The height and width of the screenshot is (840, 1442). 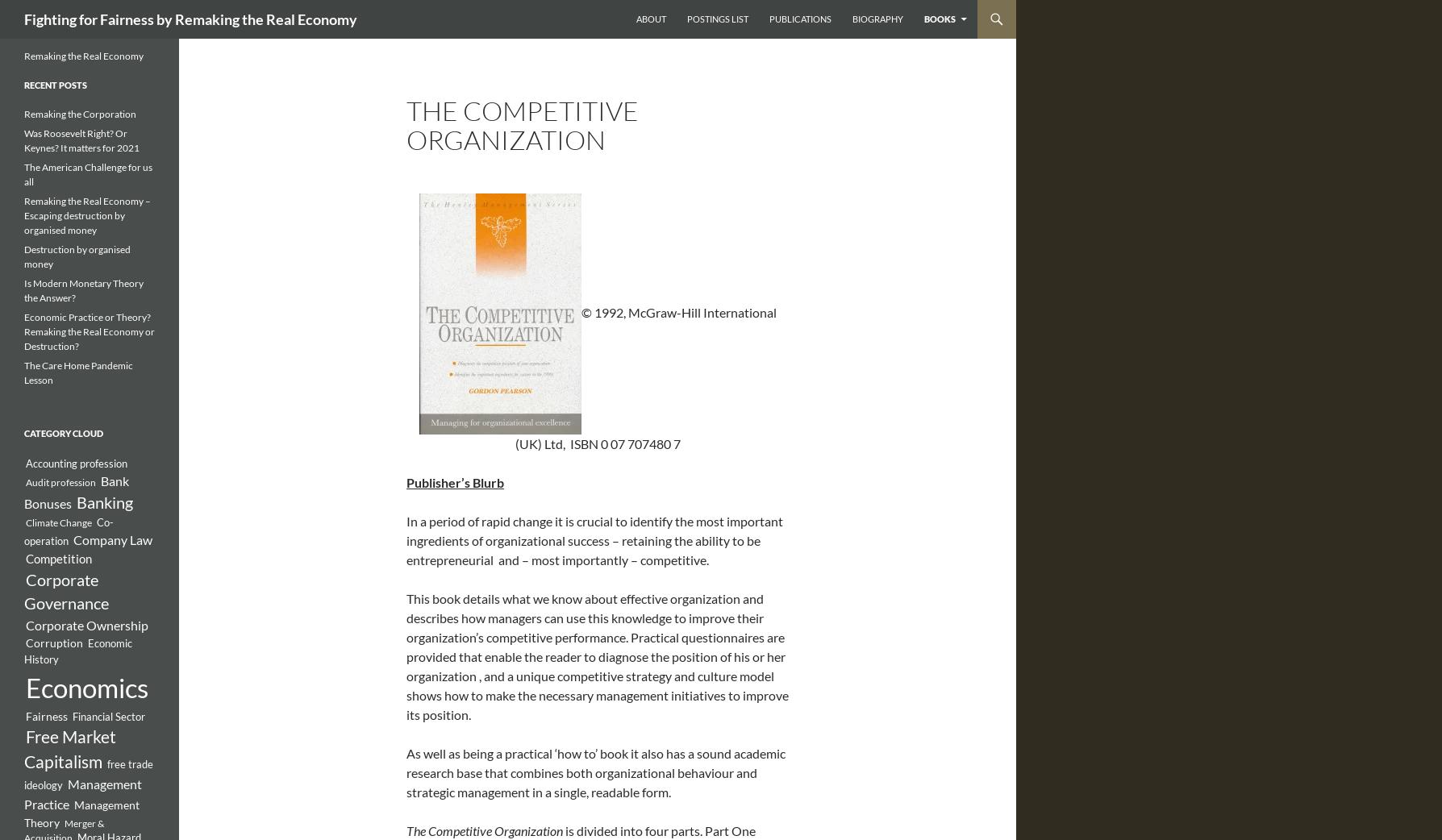 What do you see at coordinates (594, 772) in the screenshot?
I see `'As well as being a practical ‘how to’ book it also has a sound academic research base that combines both organizational behaviour and strategic management in a single, readable form.'` at bounding box center [594, 772].